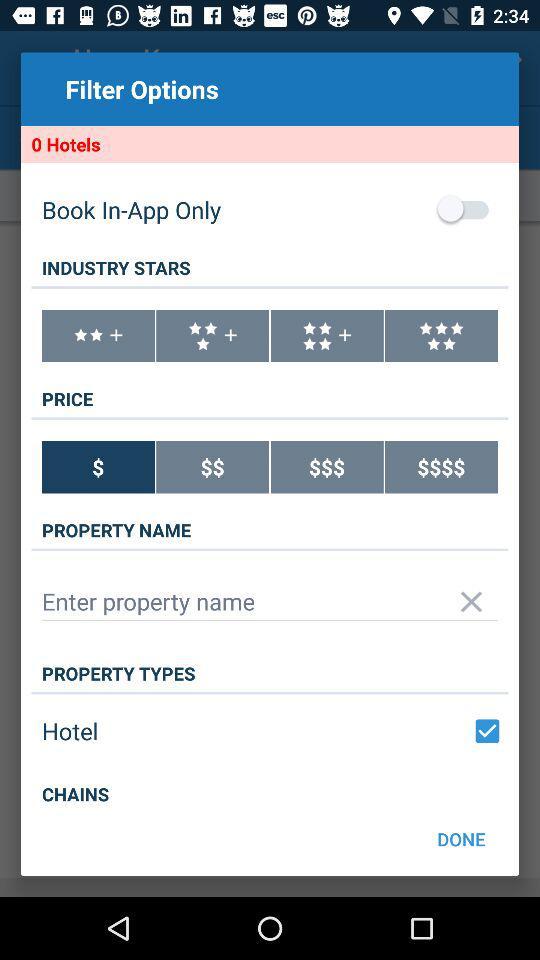 This screenshot has height=960, width=540. What do you see at coordinates (486, 730) in the screenshot?
I see `check hotels` at bounding box center [486, 730].